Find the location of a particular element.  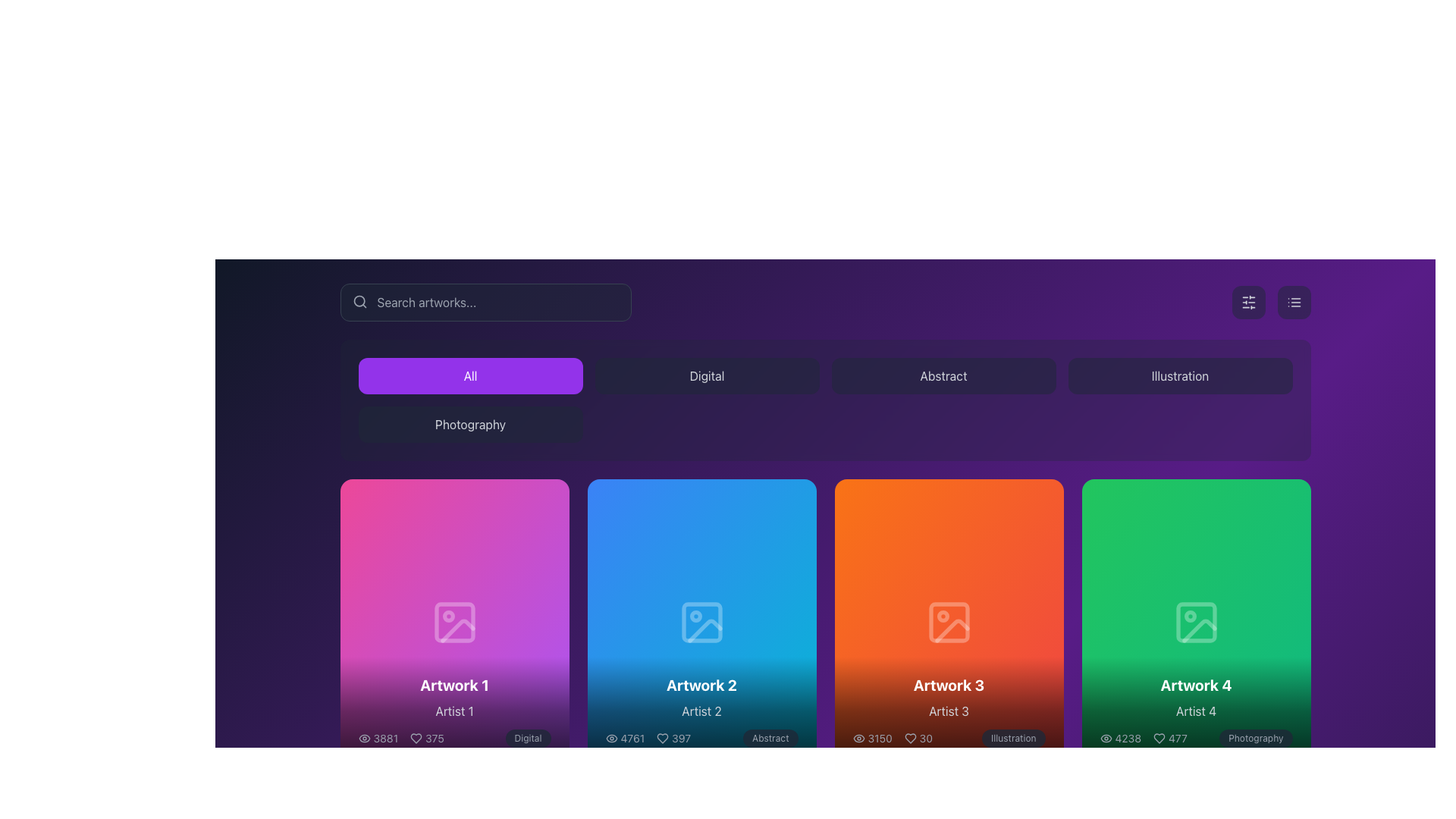

the small rectangle icon with rounded corners that serves as a background component in the 'Artwork 1' card located in the first column of the grid layout is located at coordinates (453, 622).